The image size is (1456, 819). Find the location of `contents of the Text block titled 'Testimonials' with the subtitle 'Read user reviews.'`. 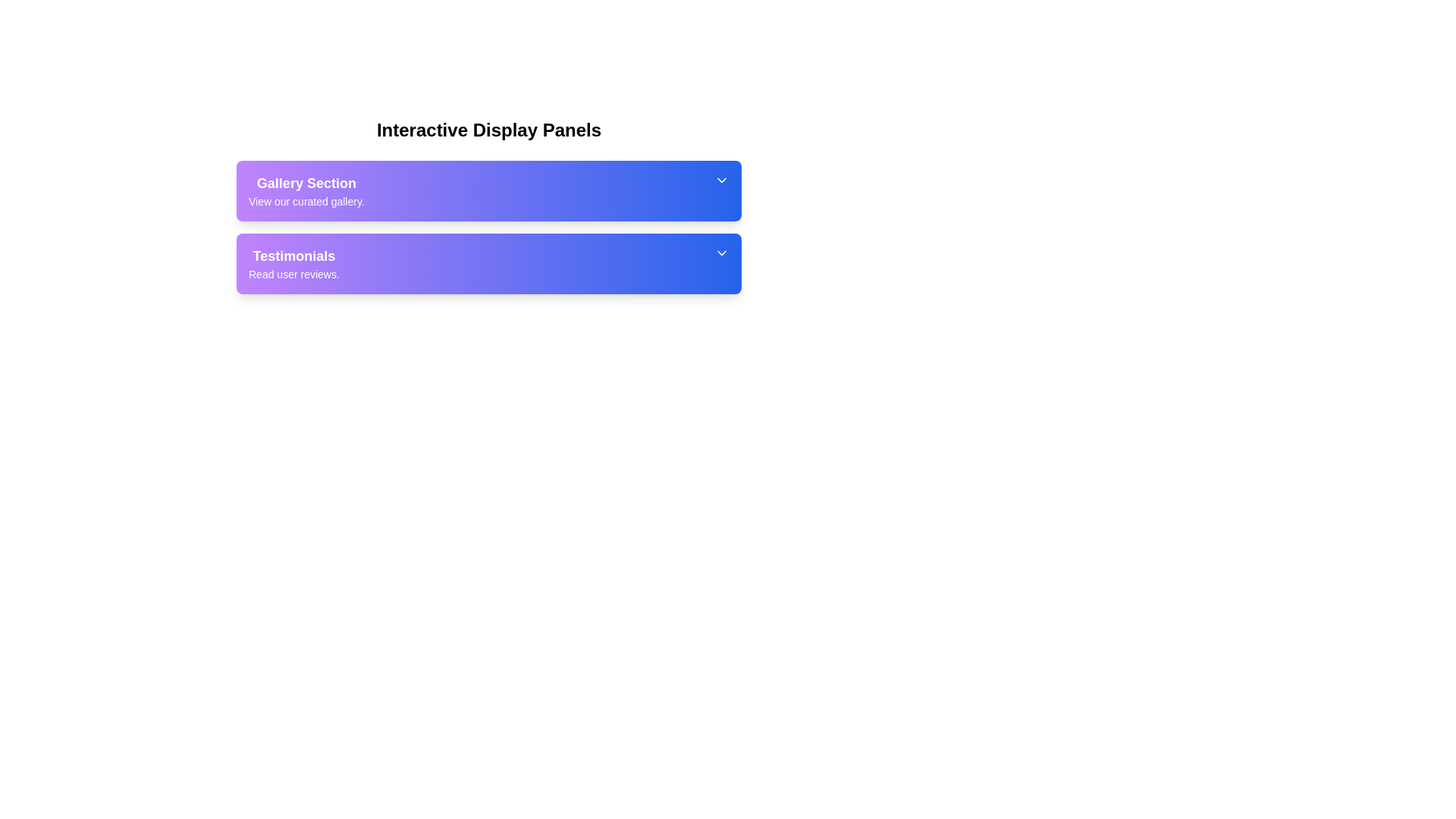

contents of the Text block titled 'Testimonials' with the subtitle 'Read user reviews.' is located at coordinates (293, 262).